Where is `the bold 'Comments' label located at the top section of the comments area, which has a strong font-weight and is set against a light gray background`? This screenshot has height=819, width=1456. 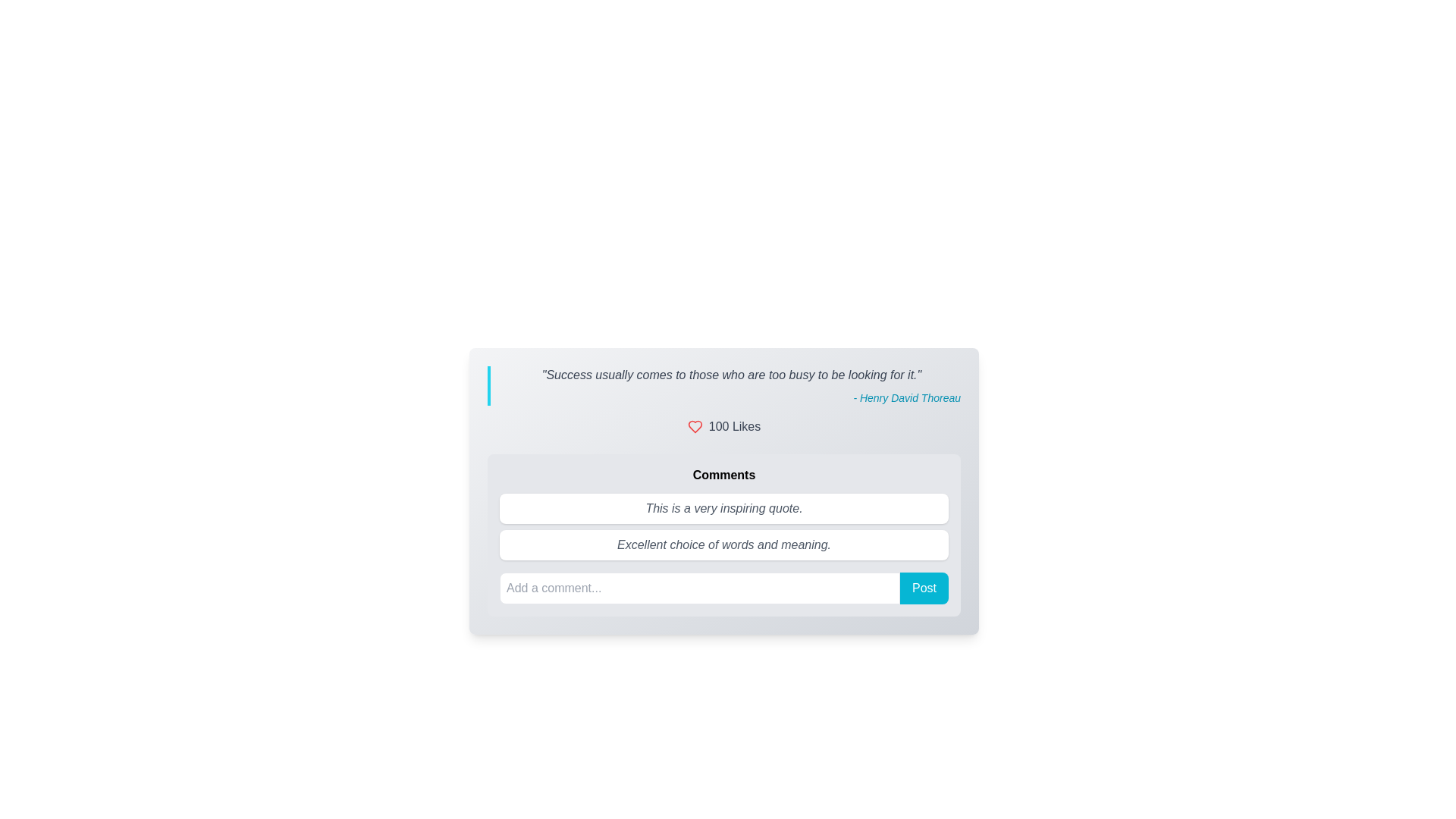
the bold 'Comments' label located at the top section of the comments area, which has a strong font-weight and is set against a light gray background is located at coordinates (723, 475).